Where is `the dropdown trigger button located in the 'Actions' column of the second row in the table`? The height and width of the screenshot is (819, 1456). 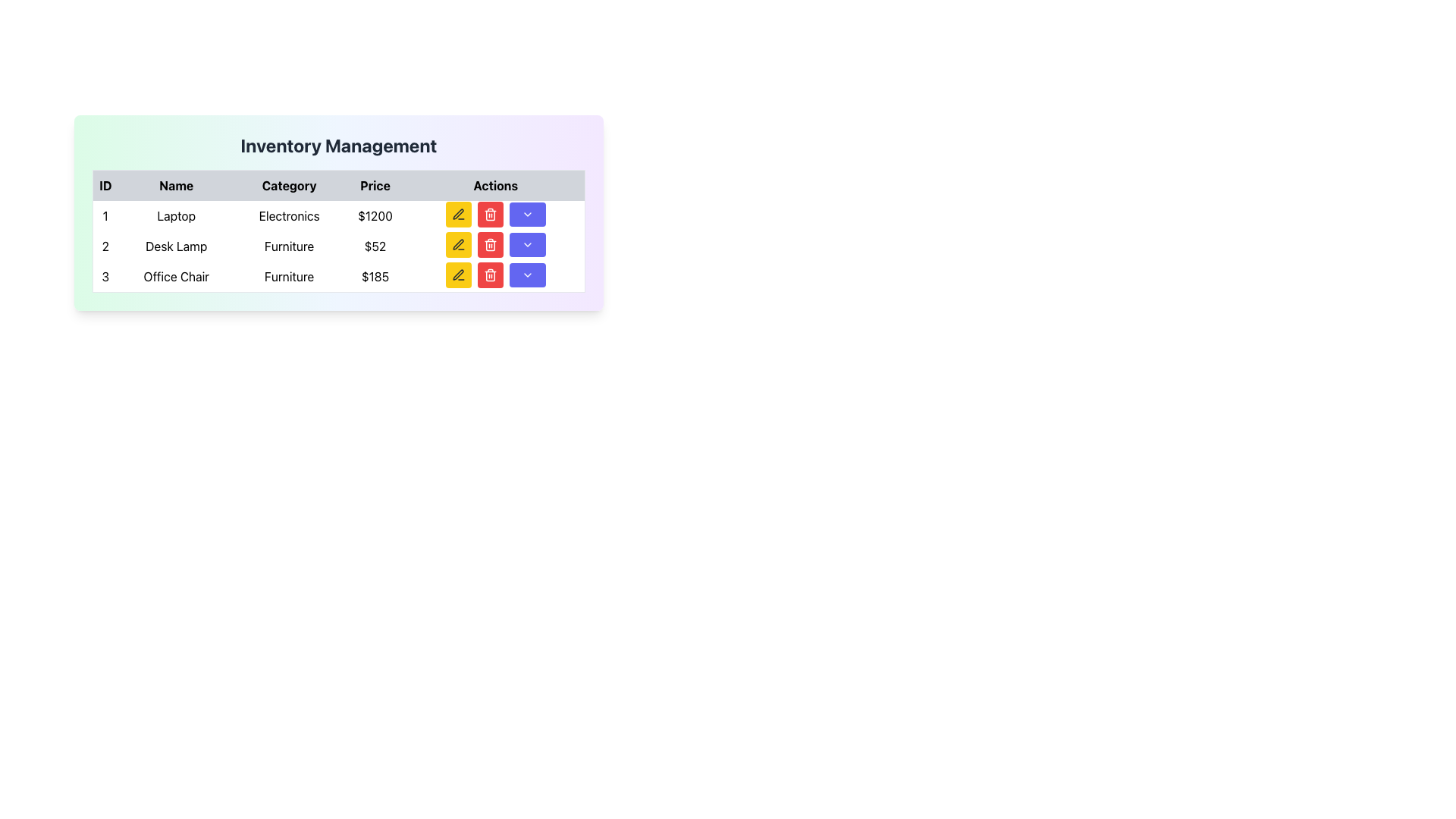
the dropdown trigger button located in the 'Actions' column of the second row in the table is located at coordinates (527, 214).